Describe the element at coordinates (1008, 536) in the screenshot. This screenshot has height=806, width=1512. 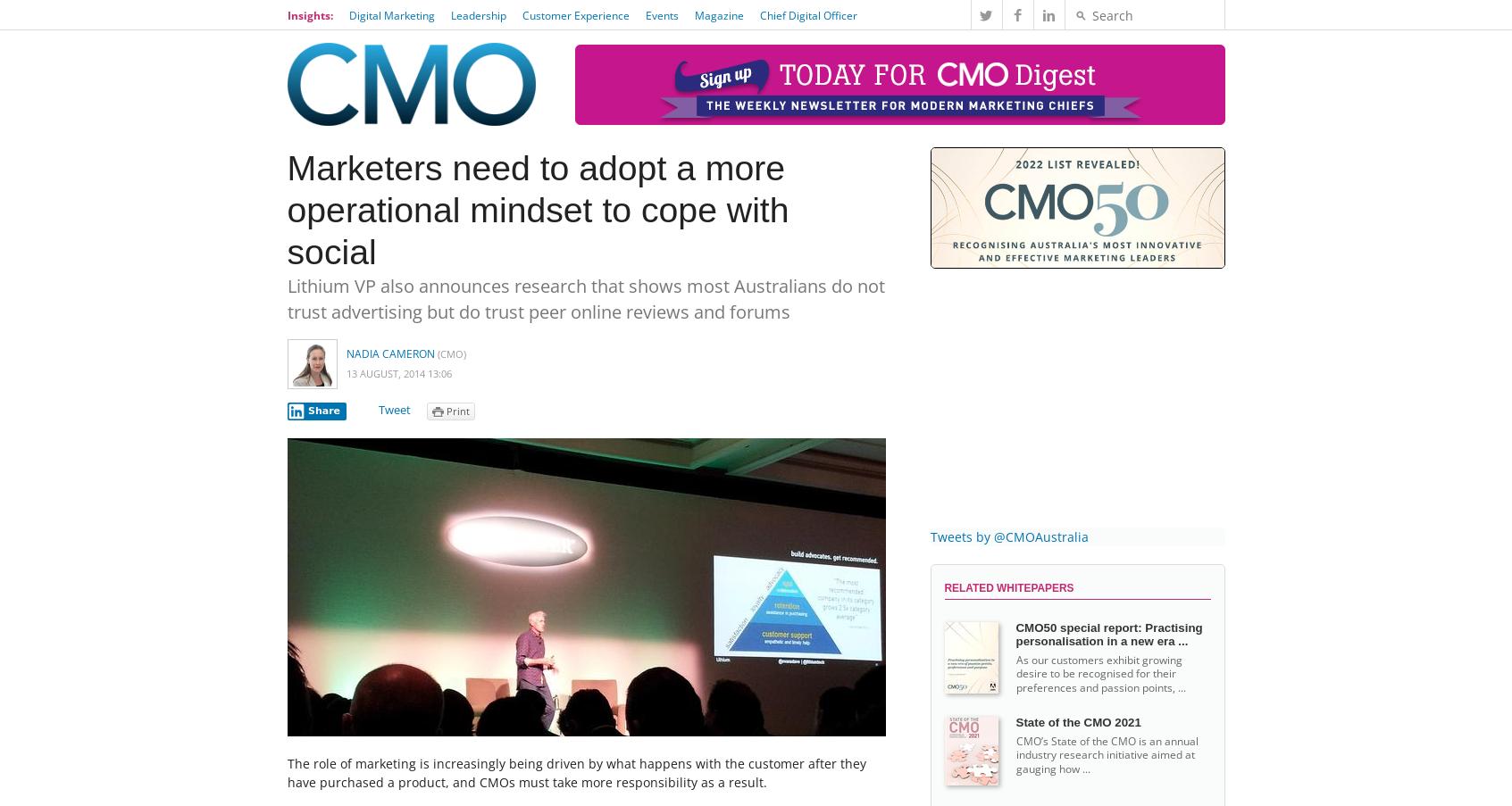
I see `'Tweets by @CMOAustralia'` at that location.